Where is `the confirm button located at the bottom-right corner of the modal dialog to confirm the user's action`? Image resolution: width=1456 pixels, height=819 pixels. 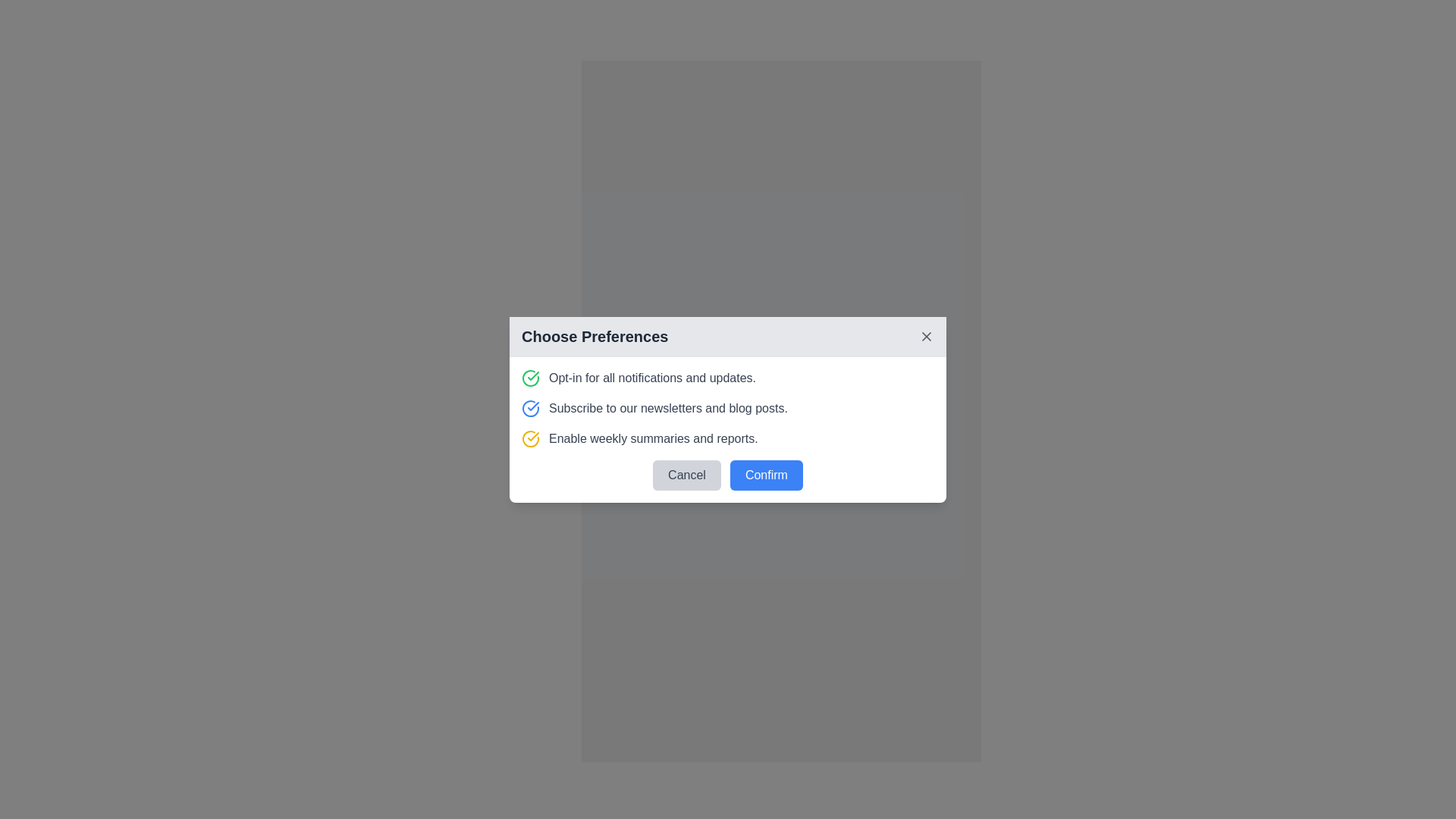 the confirm button located at the bottom-right corner of the modal dialog to confirm the user's action is located at coordinates (781, 469).